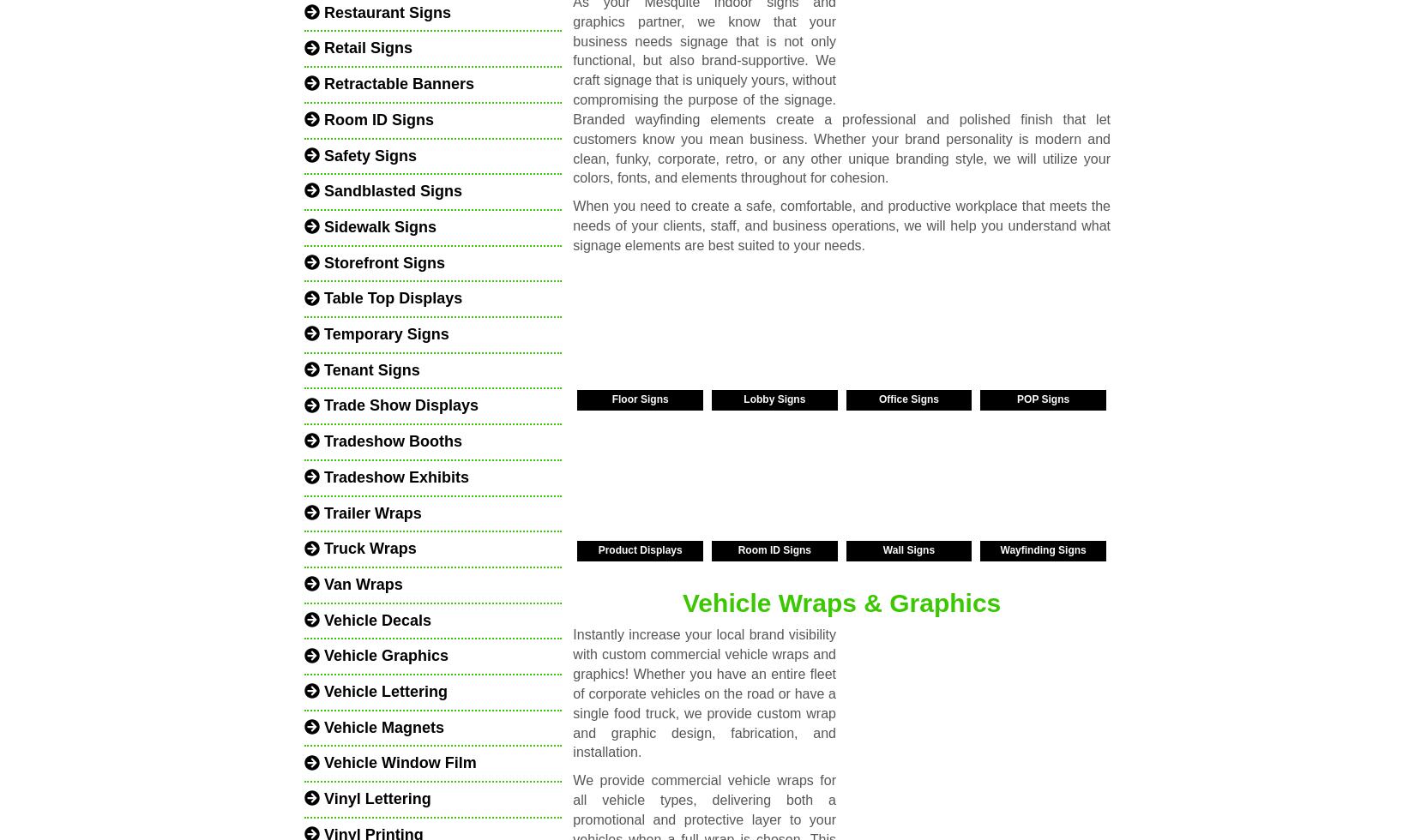 Image resolution: width=1415 pixels, height=840 pixels. Describe the element at coordinates (382, 692) in the screenshot. I see `'Vehicle Lettering'` at that location.